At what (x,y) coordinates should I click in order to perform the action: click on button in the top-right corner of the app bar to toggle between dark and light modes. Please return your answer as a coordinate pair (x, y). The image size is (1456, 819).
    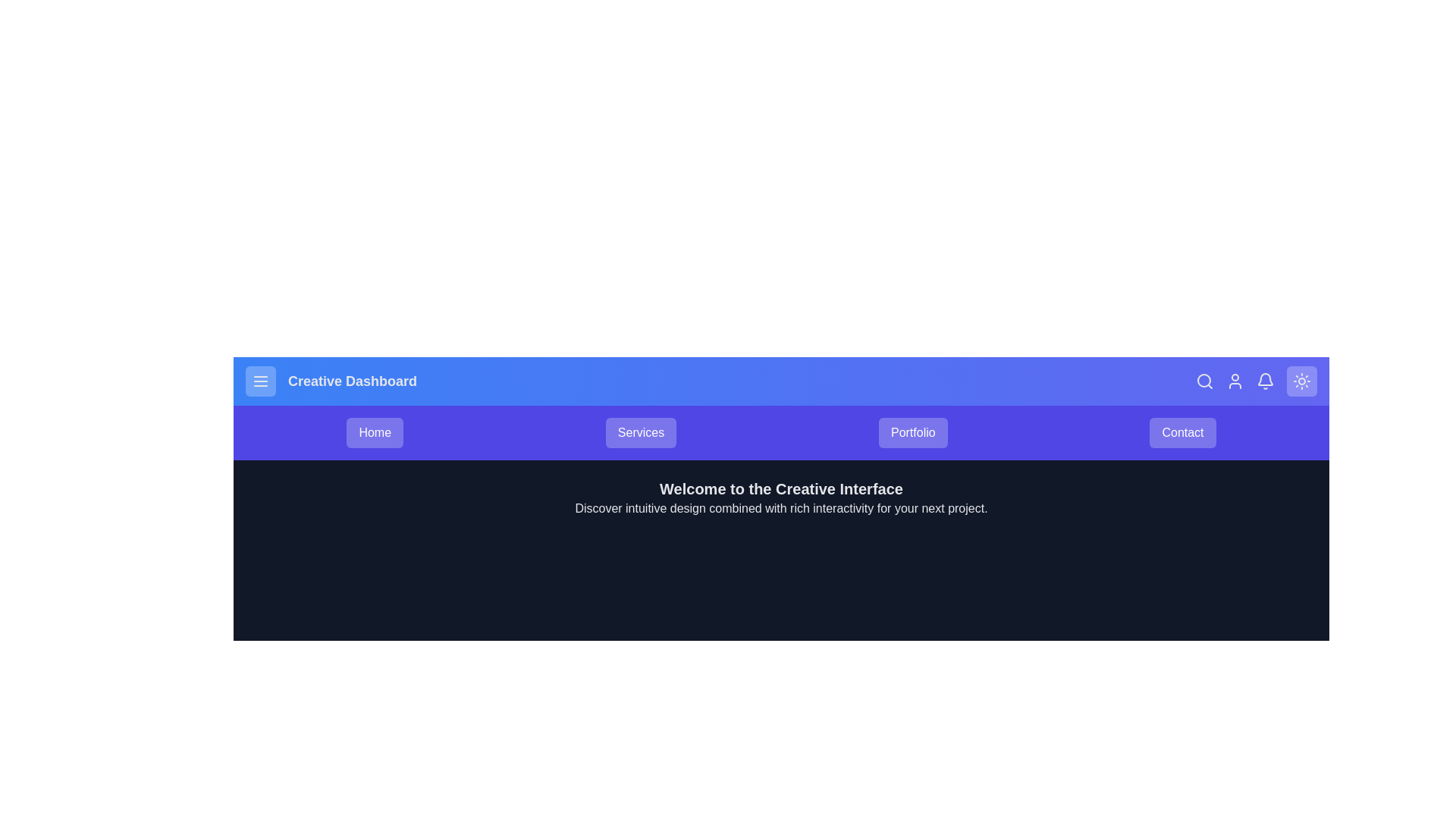
    Looking at the image, I should click on (1301, 380).